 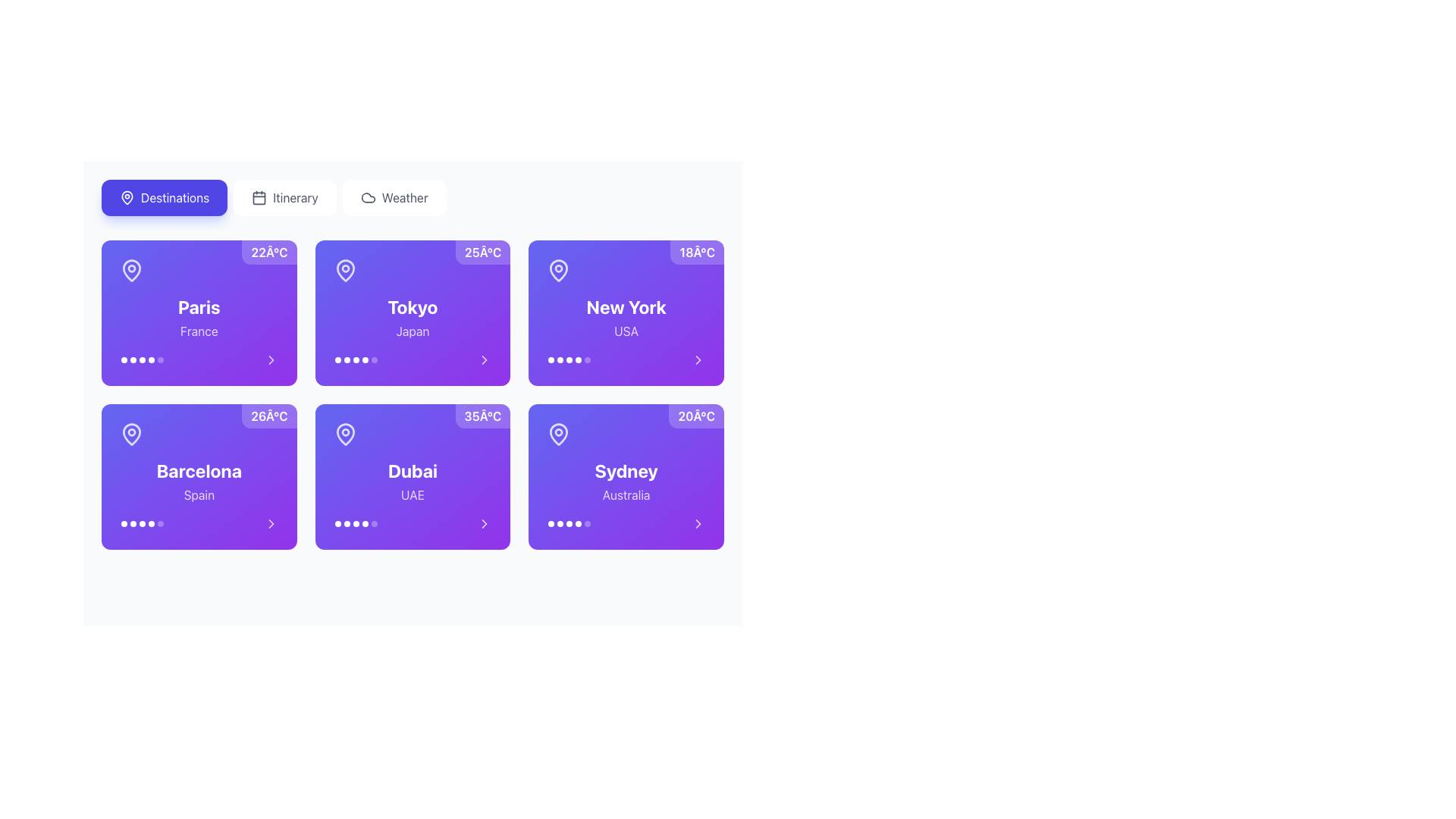 What do you see at coordinates (198, 330) in the screenshot?
I see `the static text label reading 'France', which is styled in a slightly muted white color and positioned directly below the 'Paris' title text within a card that has a gradient purple background` at bounding box center [198, 330].